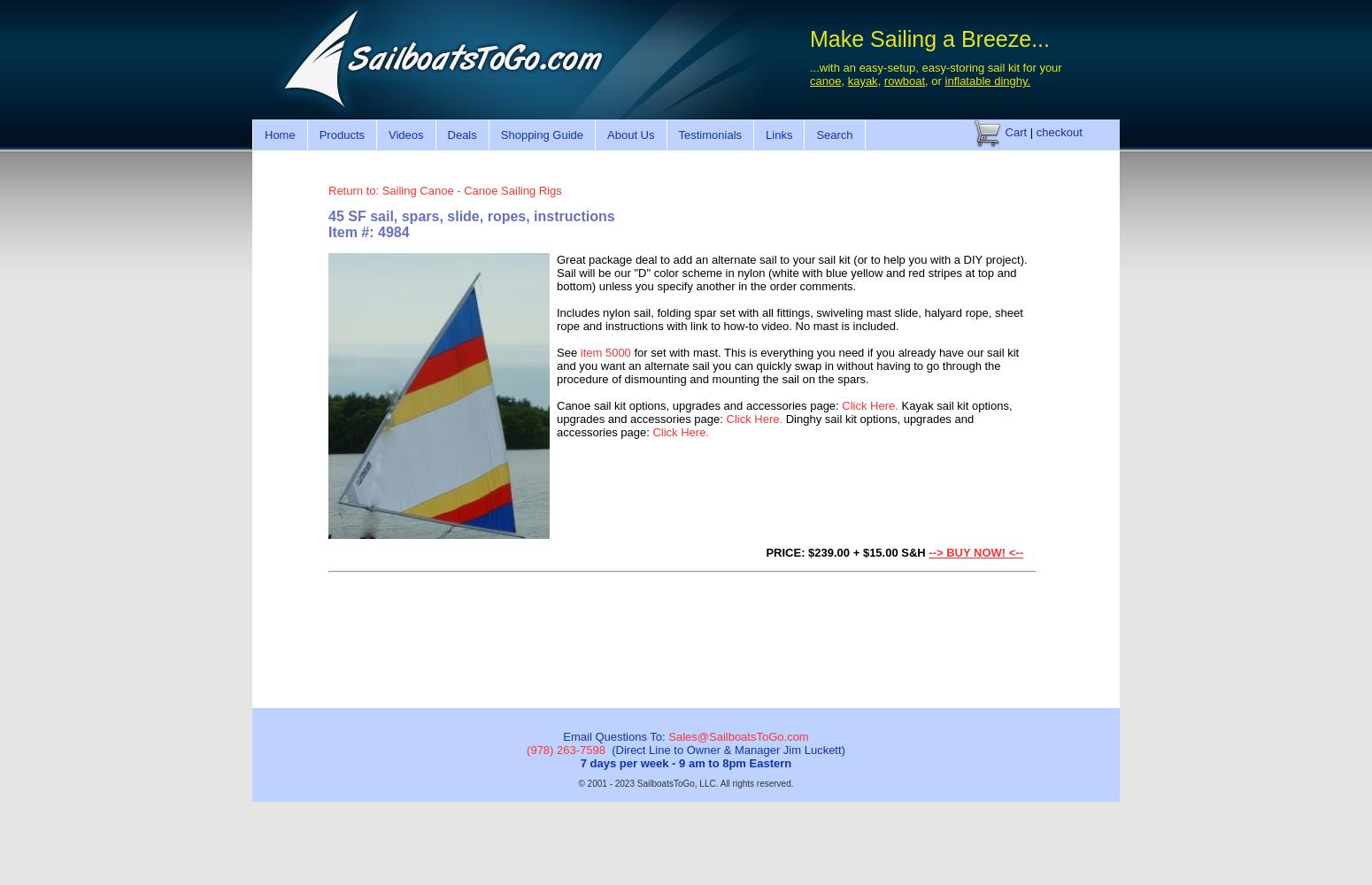  I want to click on 'About Us', so click(630, 134).